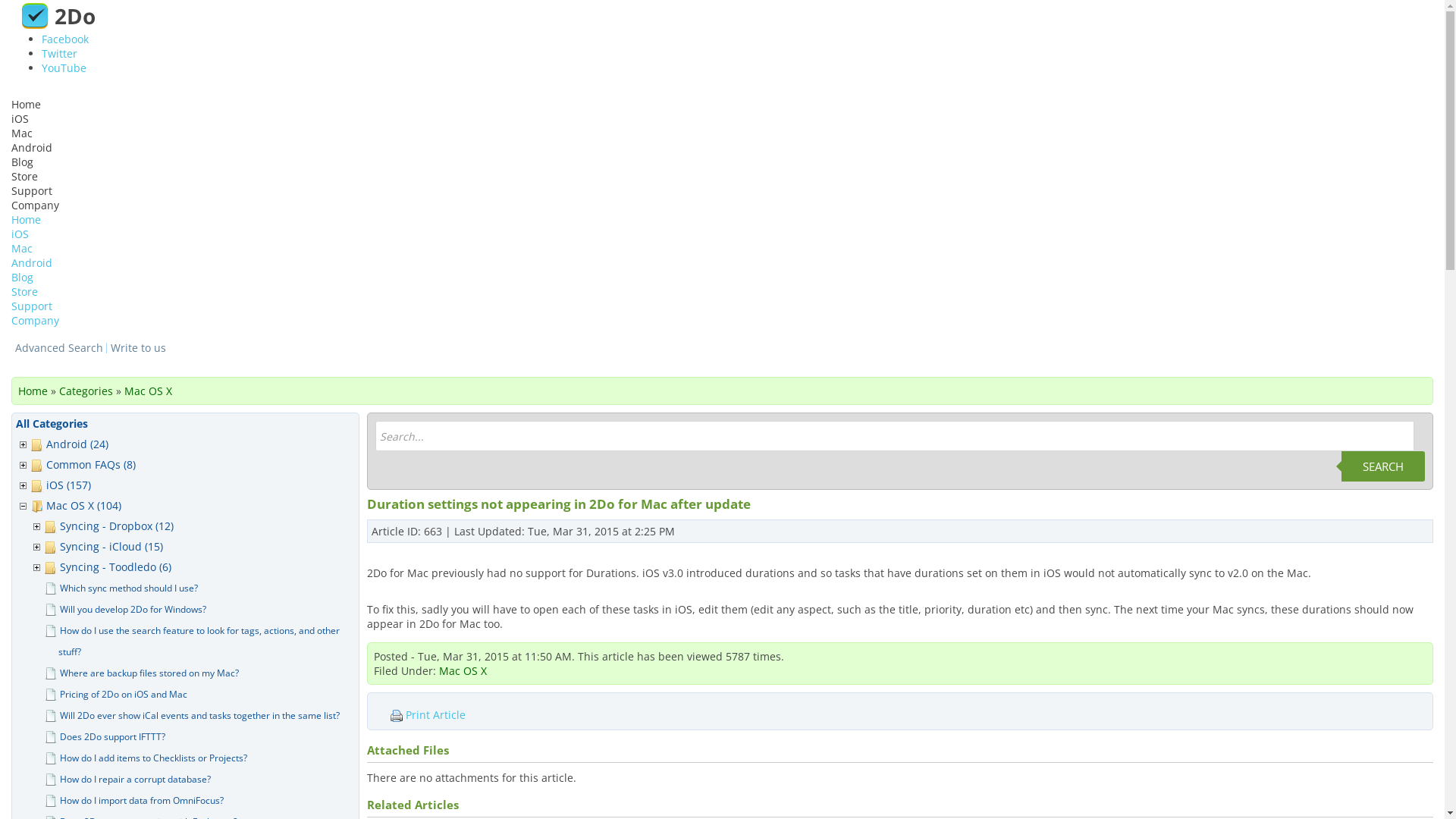  Describe the element at coordinates (20, 234) in the screenshot. I see `'iOS'` at that location.